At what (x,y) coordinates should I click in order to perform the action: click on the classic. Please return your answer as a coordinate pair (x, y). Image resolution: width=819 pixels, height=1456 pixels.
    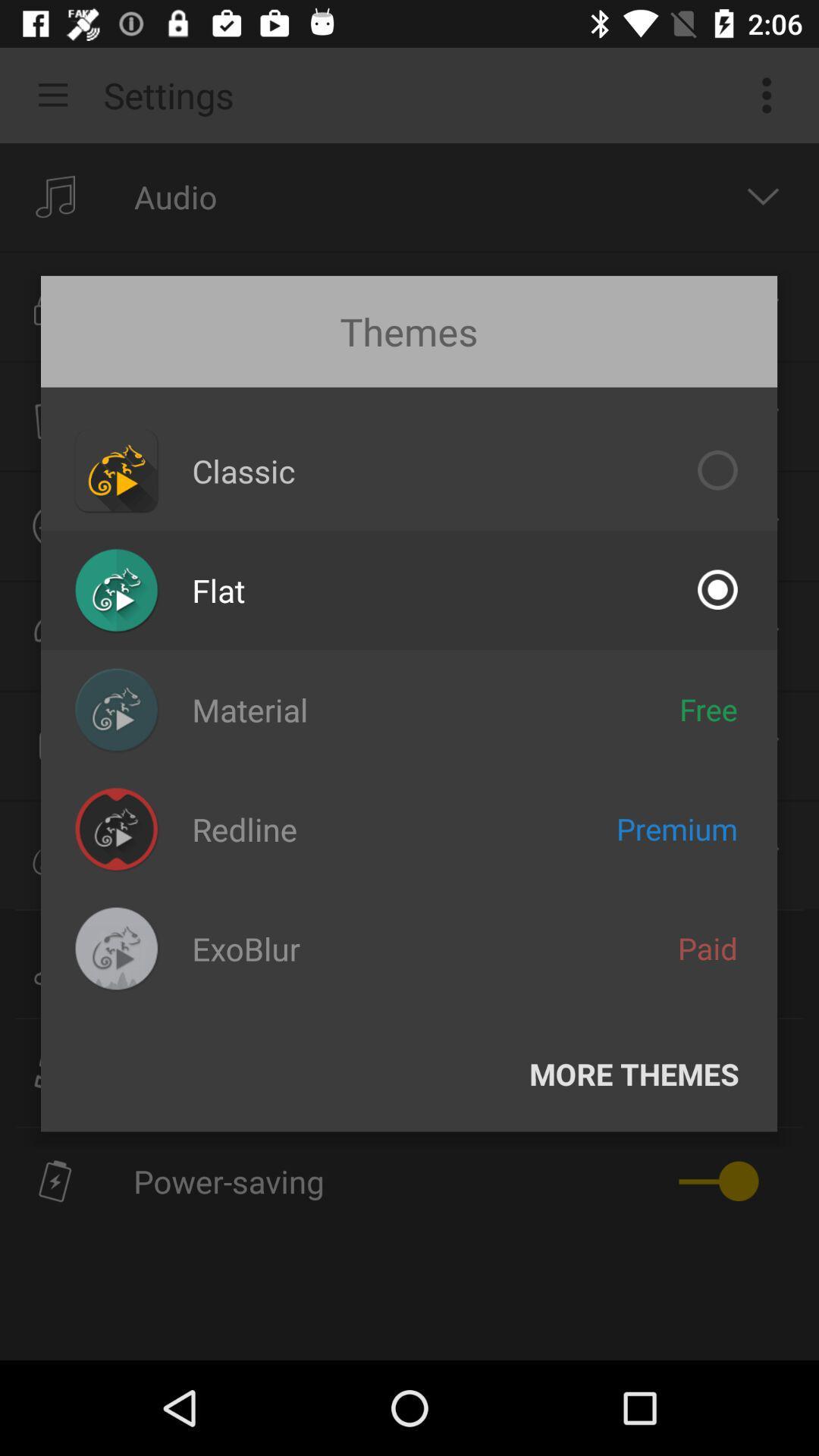
    Looking at the image, I should click on (243, 469).